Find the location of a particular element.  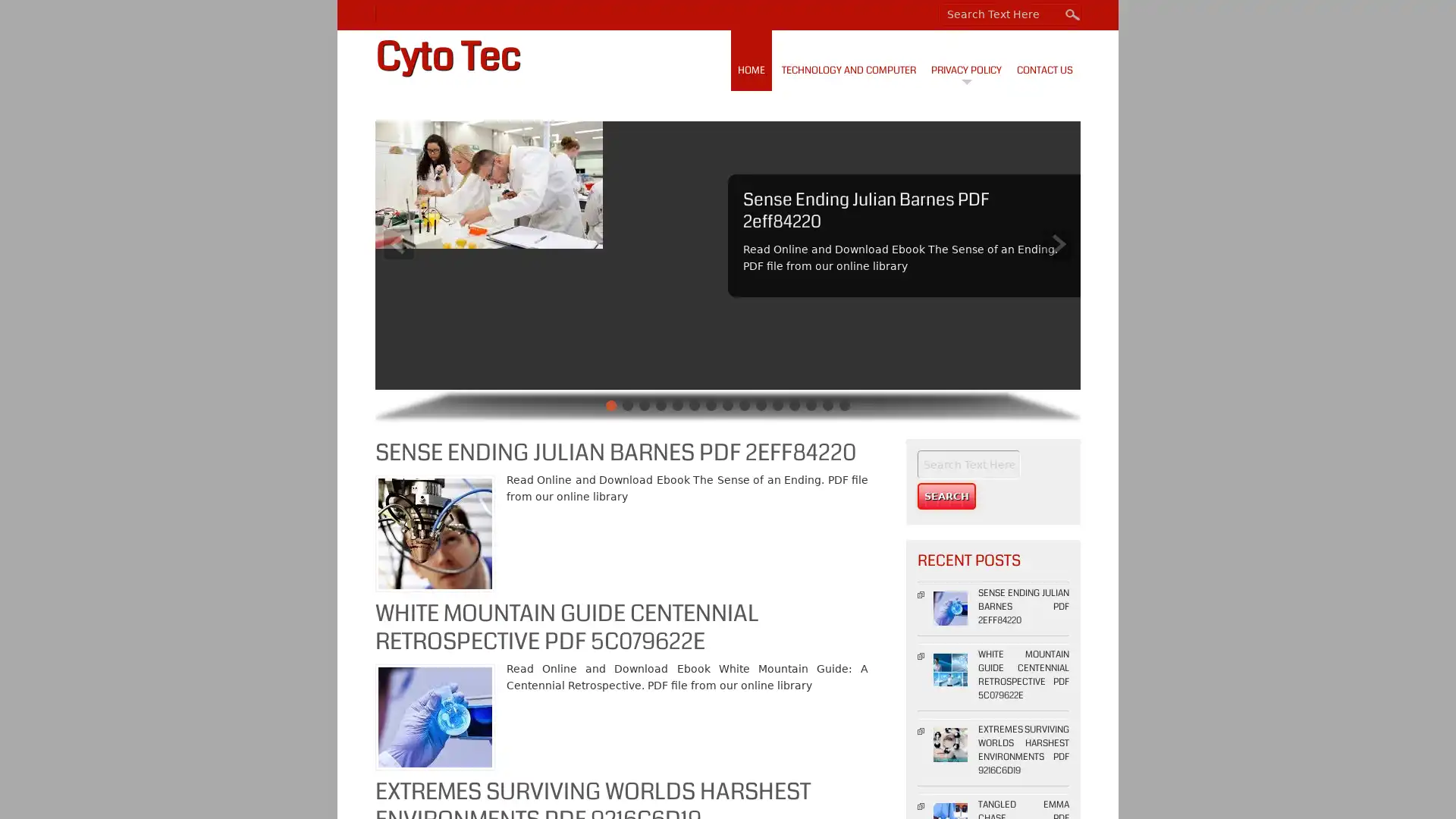

Search is located at coordinates (946, 496).